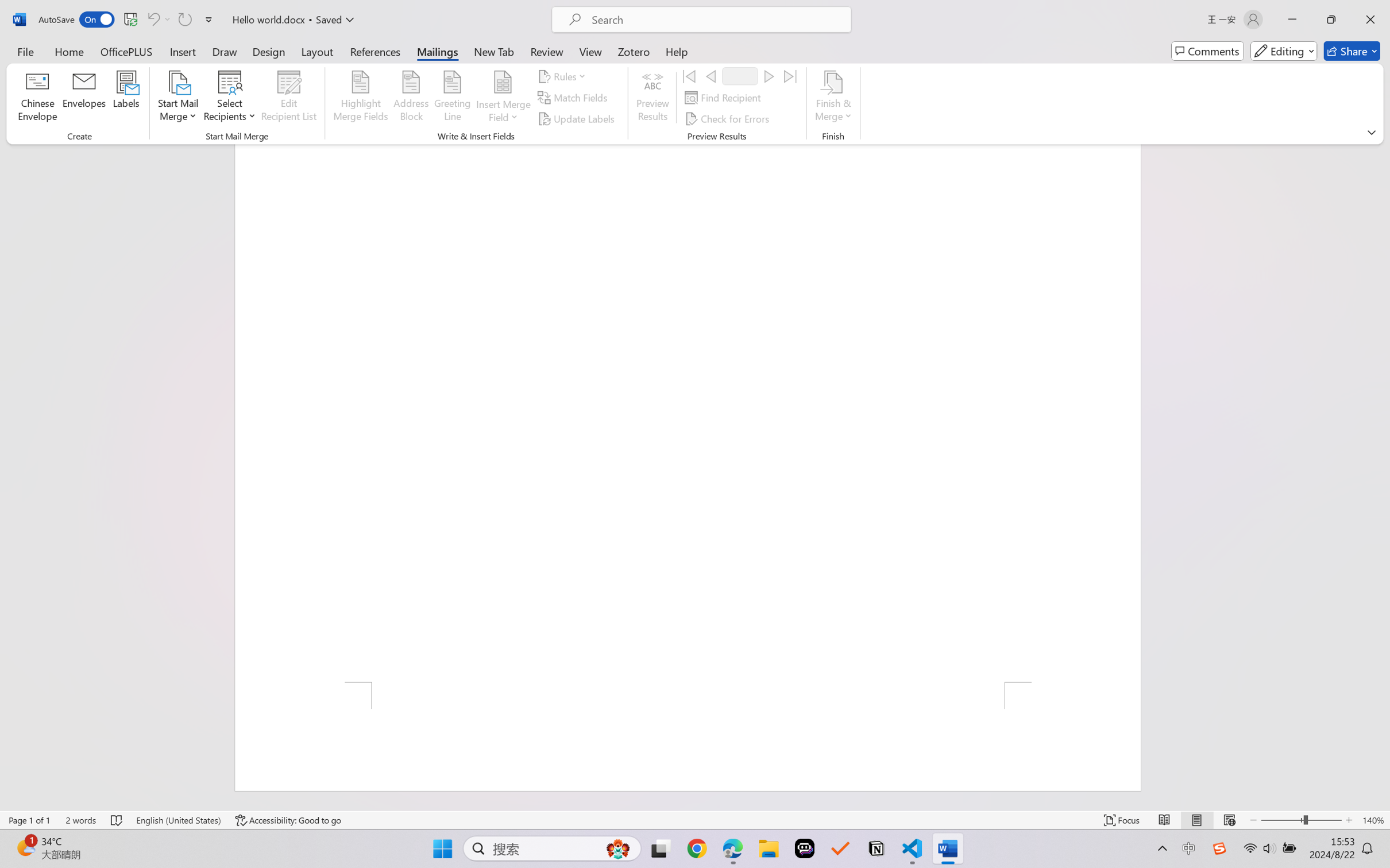  What do you see at coordinates (1219, 848) in the screenshot?
I see `'Class: Image'` at bounding box center [1219, 848].